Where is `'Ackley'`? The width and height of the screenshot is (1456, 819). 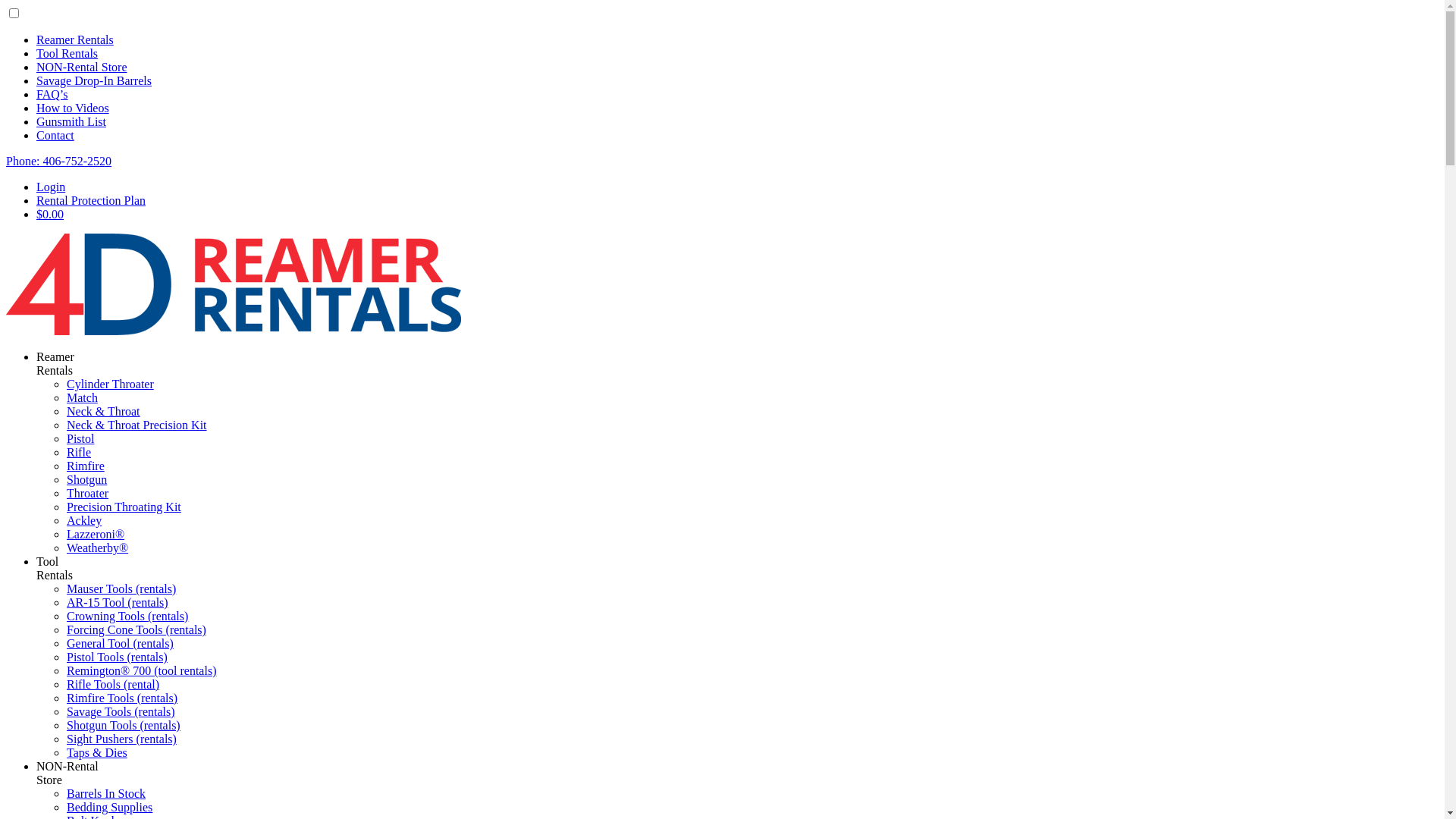 'Ackley' is located at coordinates (83, 519).